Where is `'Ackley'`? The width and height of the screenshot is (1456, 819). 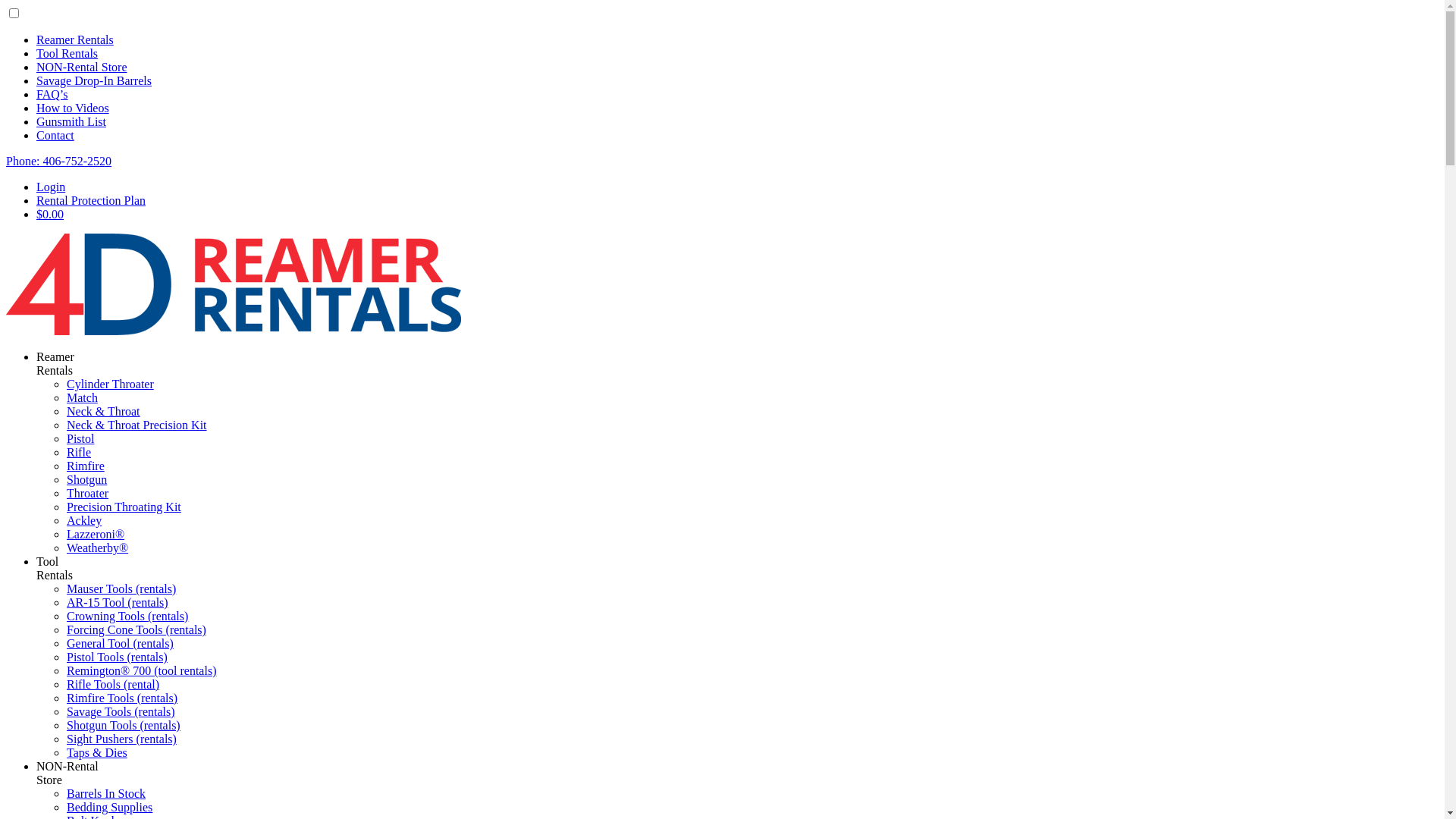 'Ackley' is located at coordinates (83, 519).